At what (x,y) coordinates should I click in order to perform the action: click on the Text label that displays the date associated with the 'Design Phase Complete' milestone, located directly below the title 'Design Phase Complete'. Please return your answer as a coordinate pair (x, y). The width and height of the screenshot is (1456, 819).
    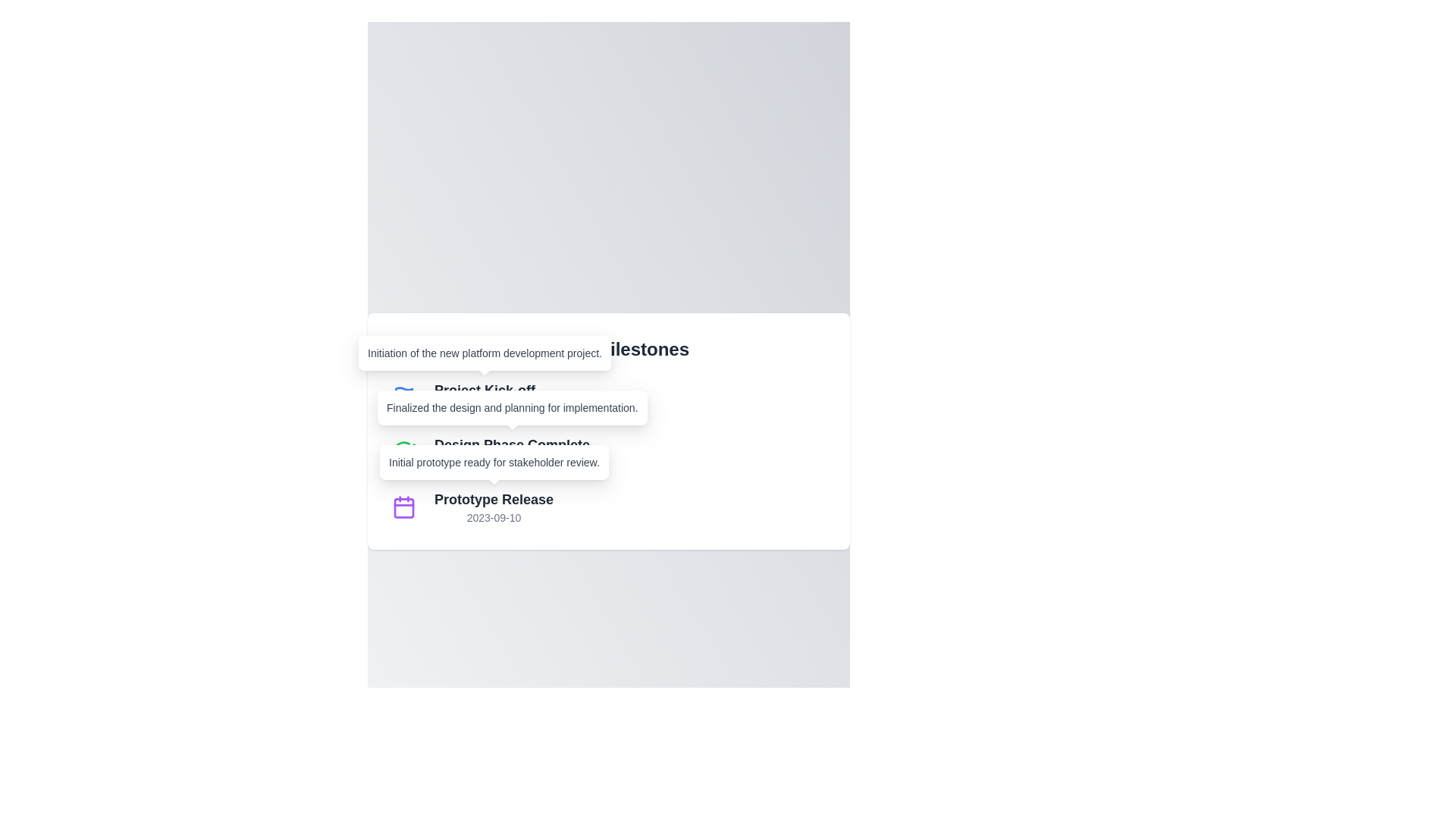
    Looking at the image, I should click on (512, 462).